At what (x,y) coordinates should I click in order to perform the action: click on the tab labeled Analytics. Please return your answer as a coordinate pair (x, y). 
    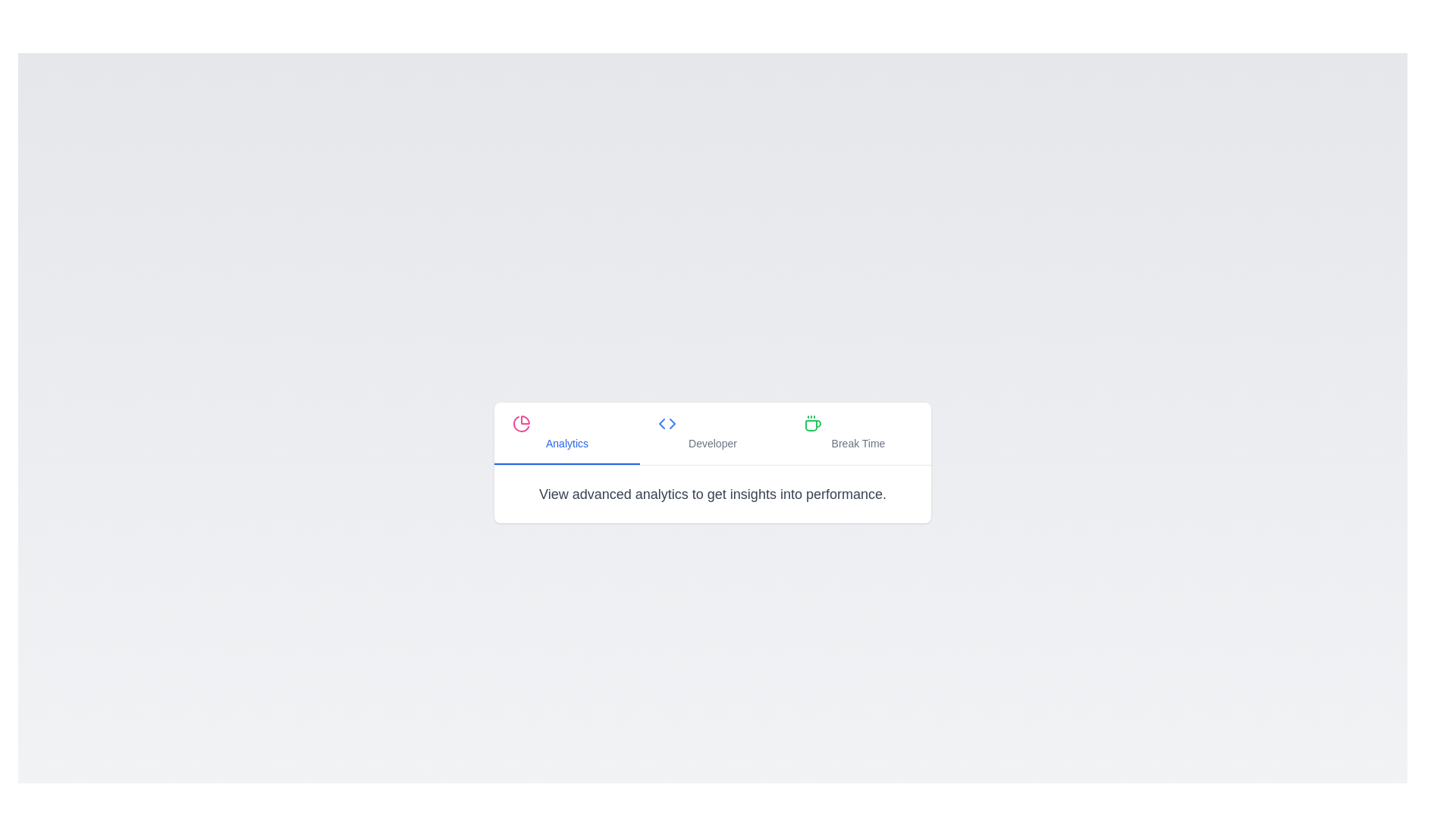
    Looking at the image, I should click on (566, 433).